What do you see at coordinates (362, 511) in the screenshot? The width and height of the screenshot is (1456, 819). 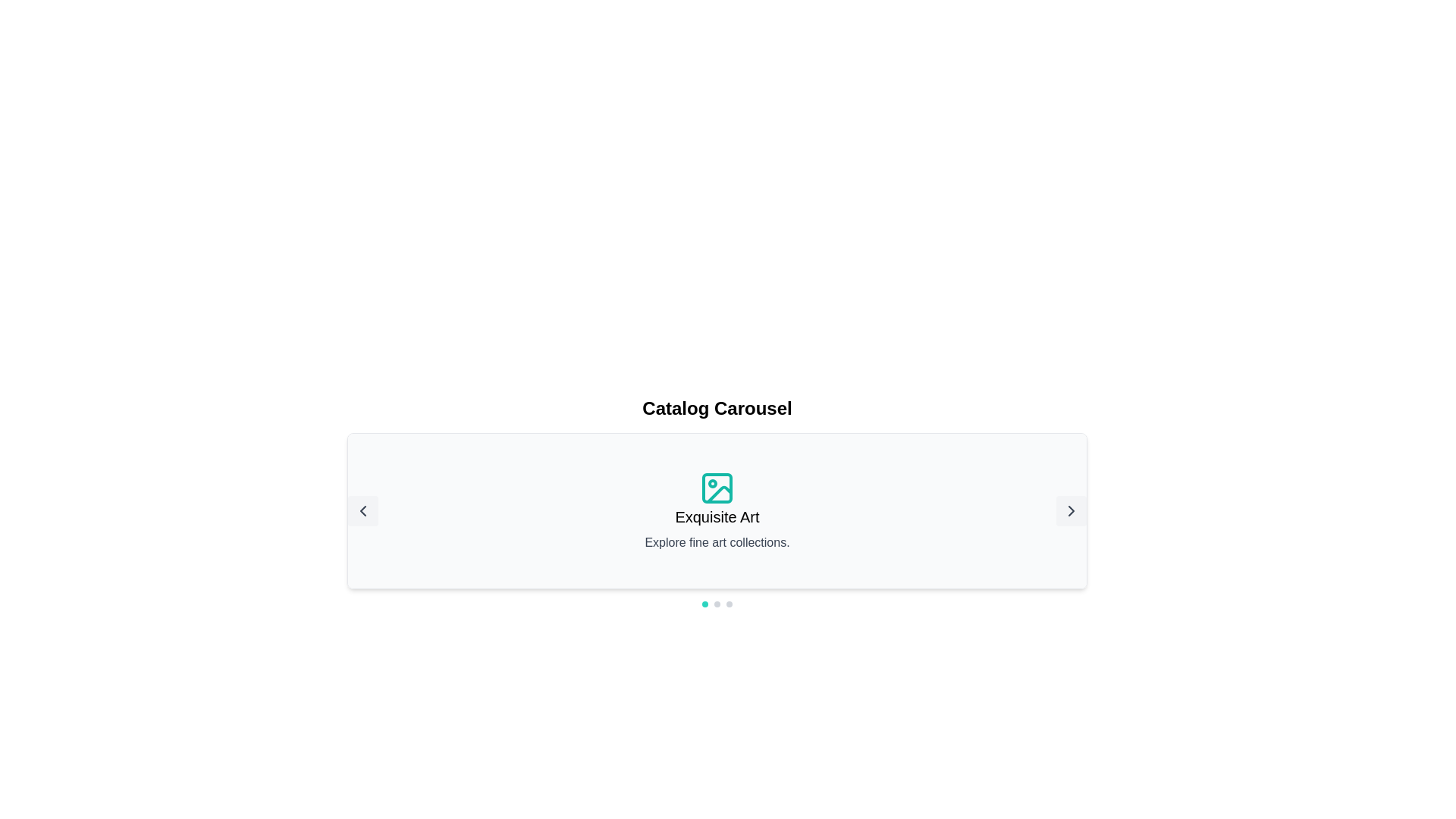 I see `the chevron icon navigation button located on the left side of the 'Catalog Carousel' panel` at bounding box center [362, 511].